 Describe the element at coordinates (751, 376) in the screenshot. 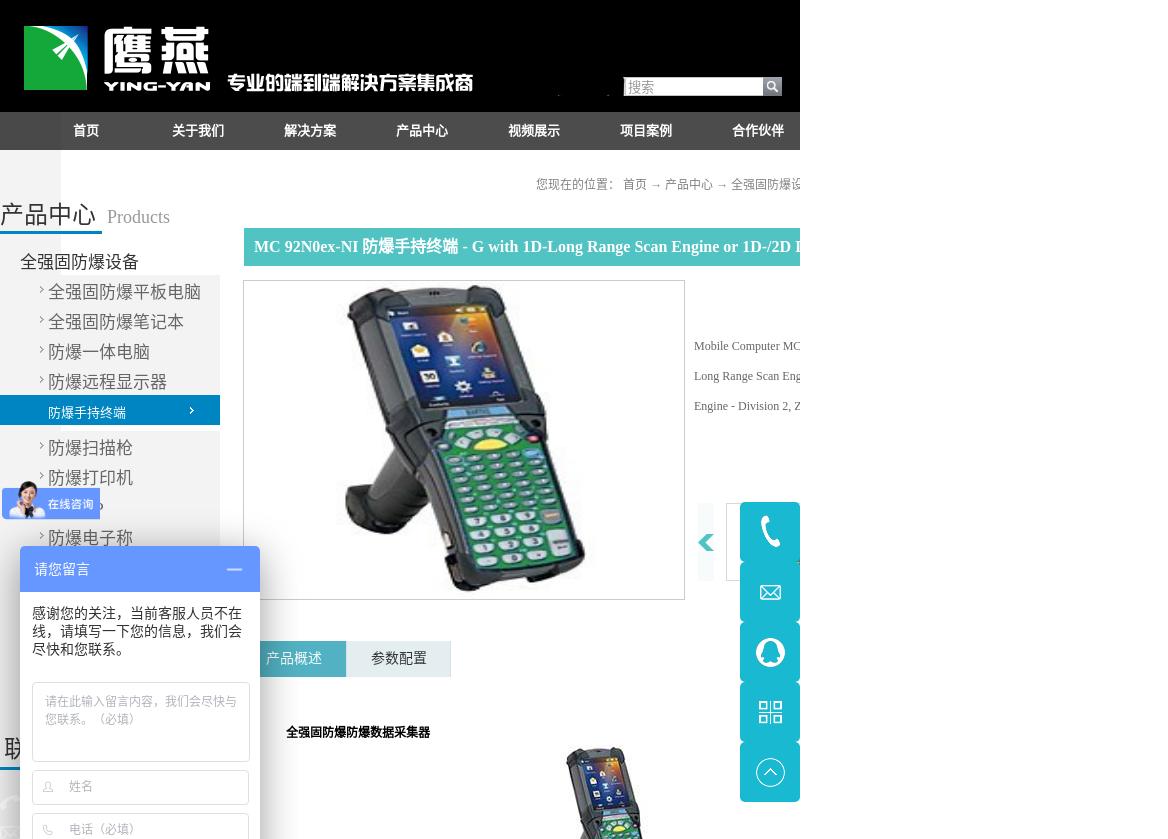

I see `'Range Scan'` at that location.